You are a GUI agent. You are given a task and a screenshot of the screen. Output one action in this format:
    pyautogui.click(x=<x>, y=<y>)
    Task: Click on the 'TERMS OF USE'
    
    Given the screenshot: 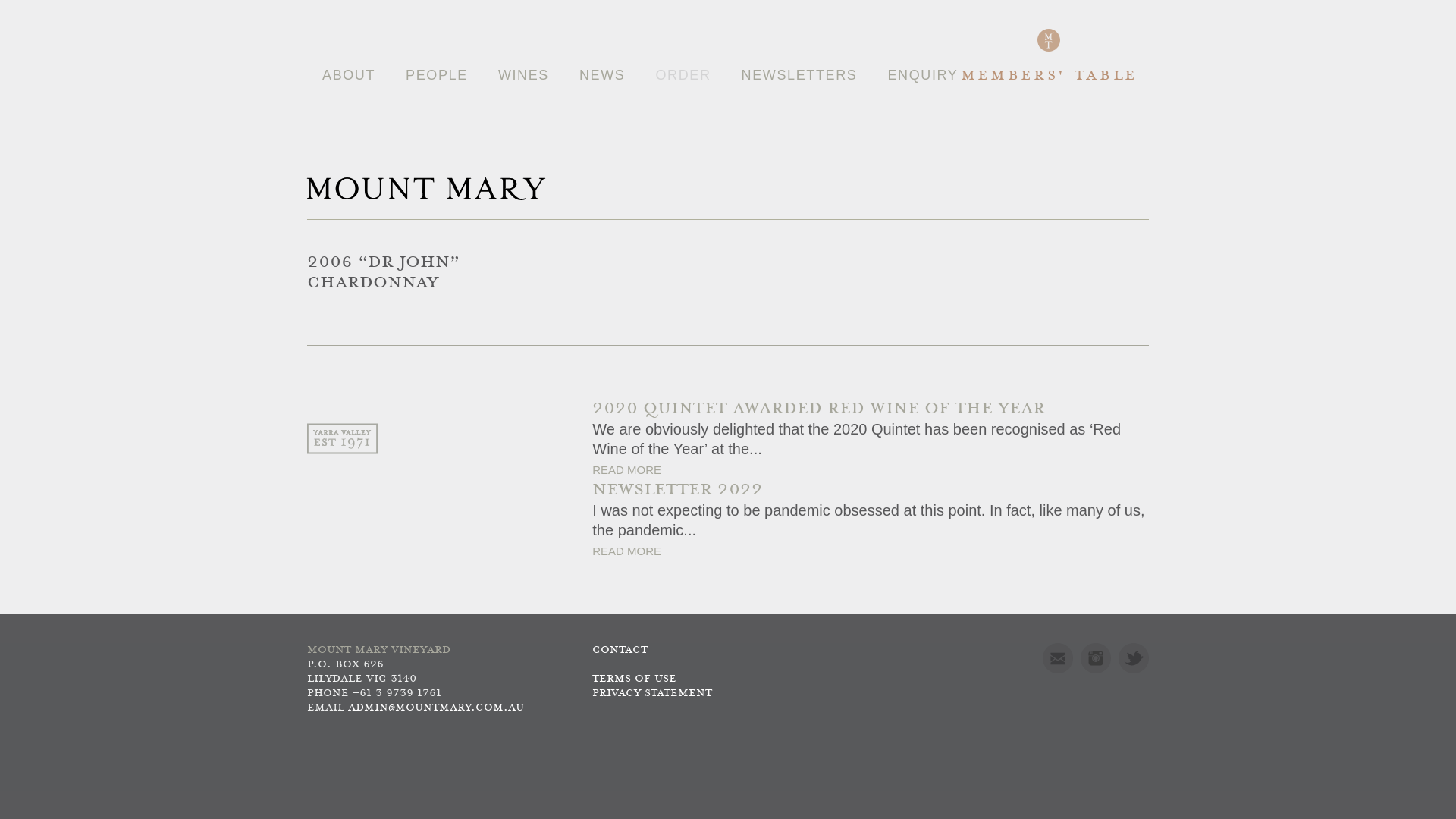 What is the action you would take?
    pyautogui.click(x=634, y=678)
    